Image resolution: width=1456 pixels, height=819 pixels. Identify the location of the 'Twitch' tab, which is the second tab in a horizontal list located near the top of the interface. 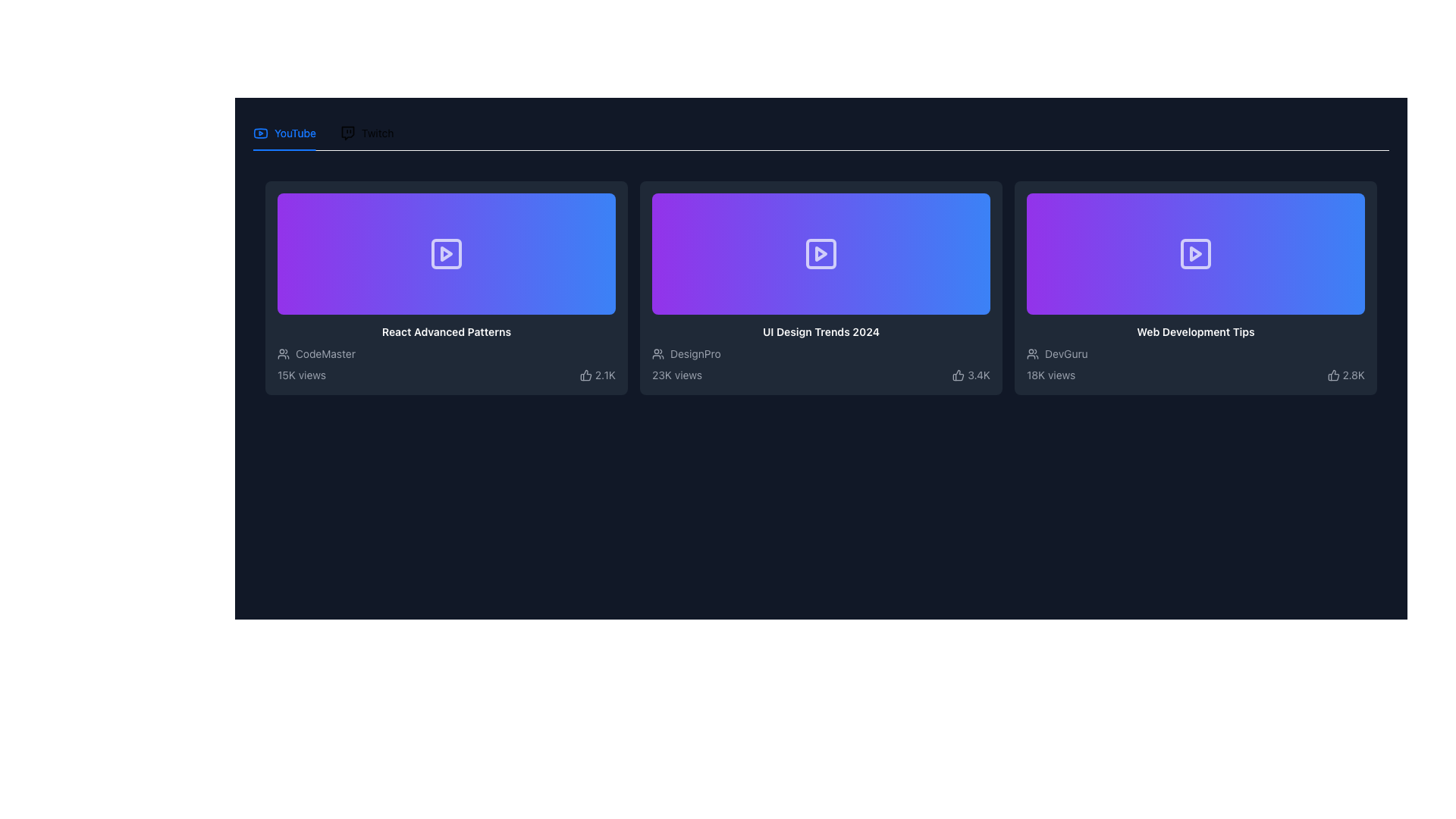
(367, 133).